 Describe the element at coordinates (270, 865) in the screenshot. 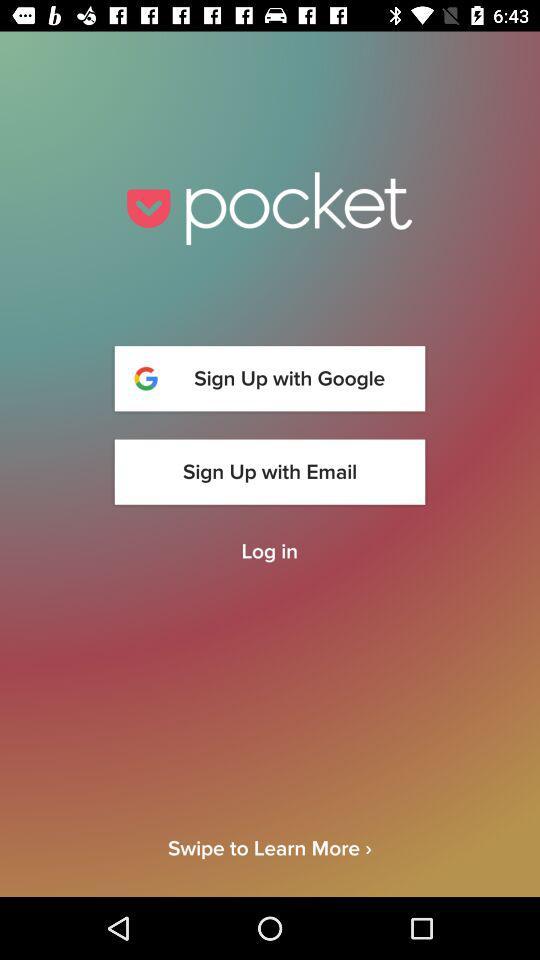

I see `the icon below log in icon` at that location.